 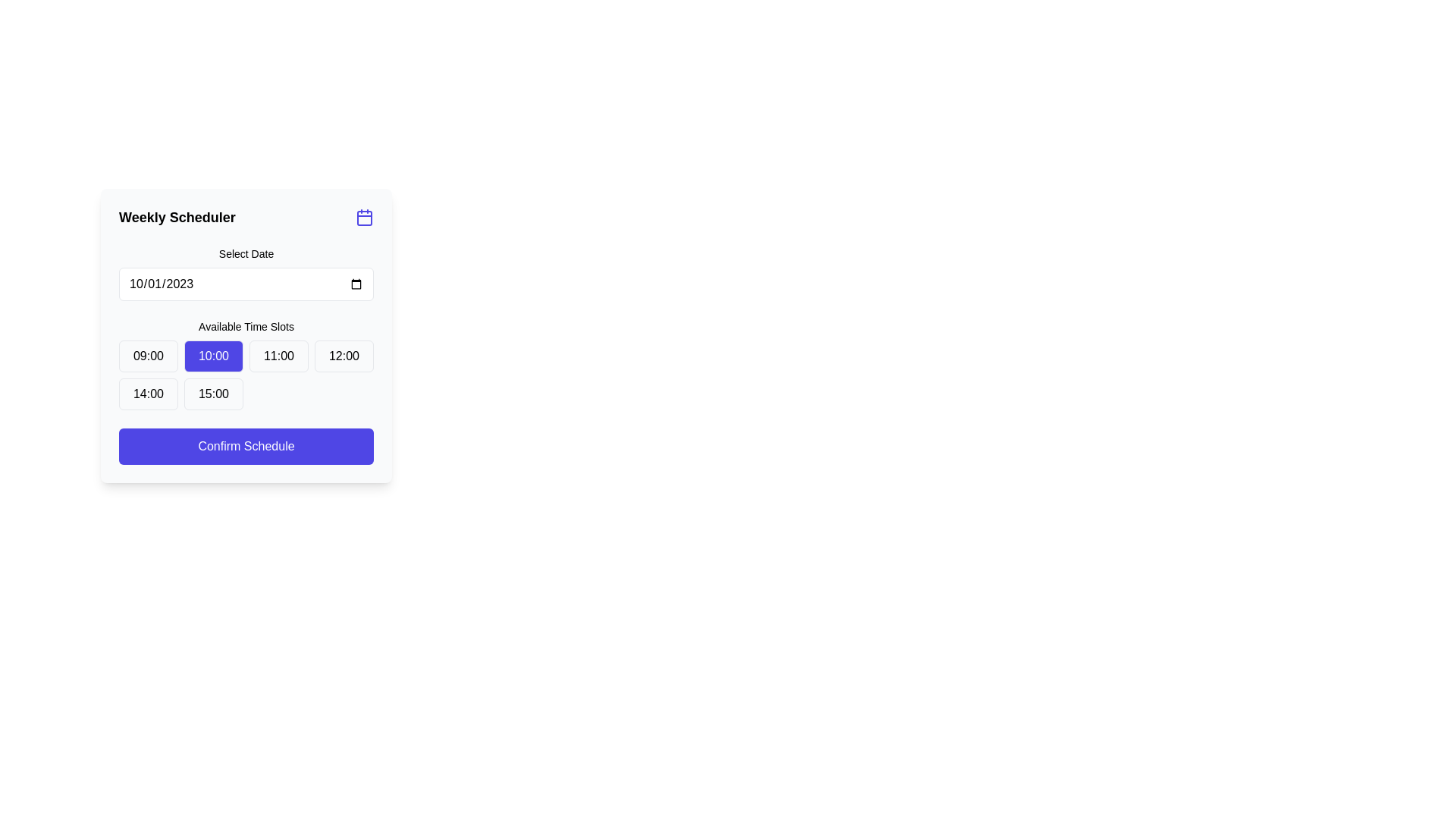 I want to click on the '10:00' time slot button, which is the second button in the grid layout of time slots, so click(x=213, y=356).